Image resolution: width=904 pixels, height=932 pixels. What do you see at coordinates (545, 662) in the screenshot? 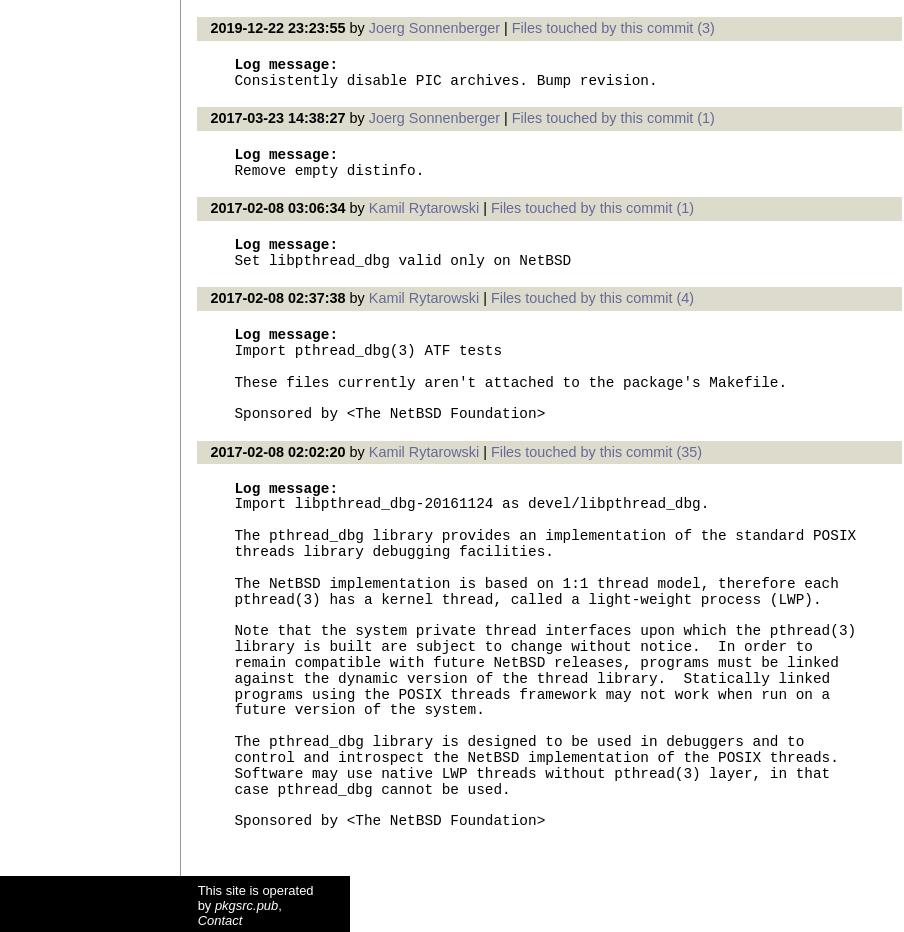
I see `'Import libpthread_dbg-20161124 as devel/libpthread_dbg.

The pthread_dbg library provides an implementation of the standard POSIX
threads library debugging facilities.

The NetBSD implementation is based on 1:1 thread model, therefore each
pthread(3) has a kernel thread, called a light-weight process (LWP).

Note that the system private thread interfaces upon which the pthread(3)
library is built are subject to change without notice.  In order to
remain compatible with future NetBSD releases, programs must be linked
against the dynamic version of the thread library.  Statically linked
programs using the POSIX threads framework may not work when run on a
future version of the system.

The pthread_dbg library is designed to be used in debuggers and to
control and introspect the NetBSD implementation of the POSIX threads.
Software may use native LWP threads without pthread(3) layer, in that
case pthread_dbg cannot be used.

Sponsored by <The NetBSD Foundation>'` at bounding box center [545, 662].